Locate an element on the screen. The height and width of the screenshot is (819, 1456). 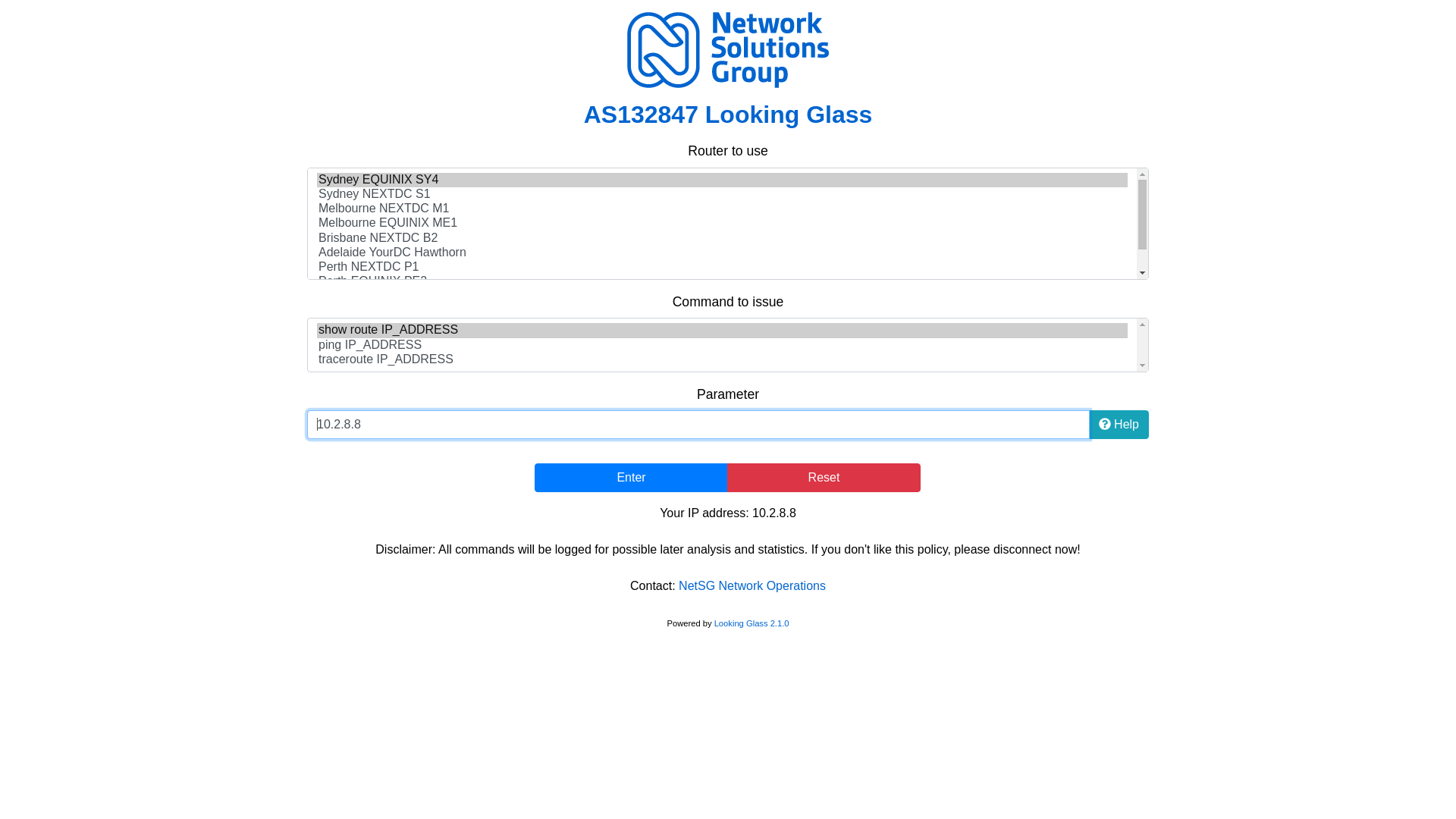
'Looking Glass 2.1.0' is located at coordinates (713, 623).